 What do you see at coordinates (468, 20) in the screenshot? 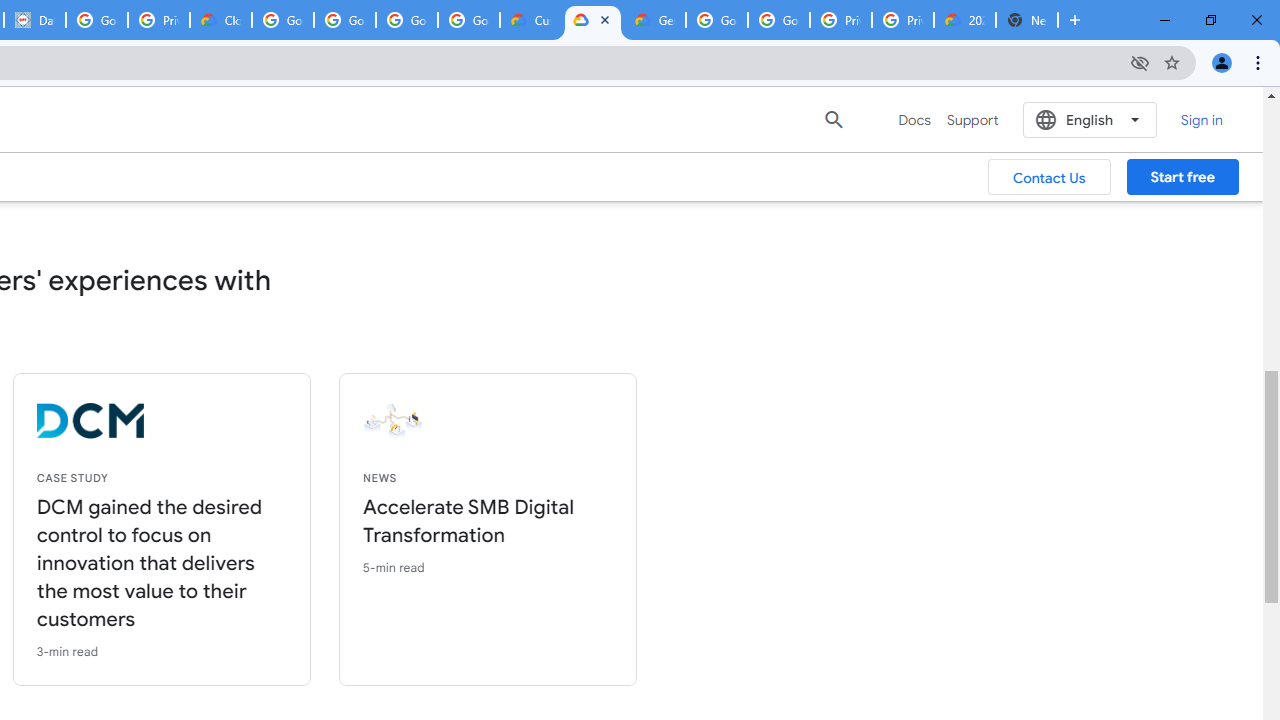
I see `'Google Workspace - Specific Terms'` at bounding box center [468, 20].